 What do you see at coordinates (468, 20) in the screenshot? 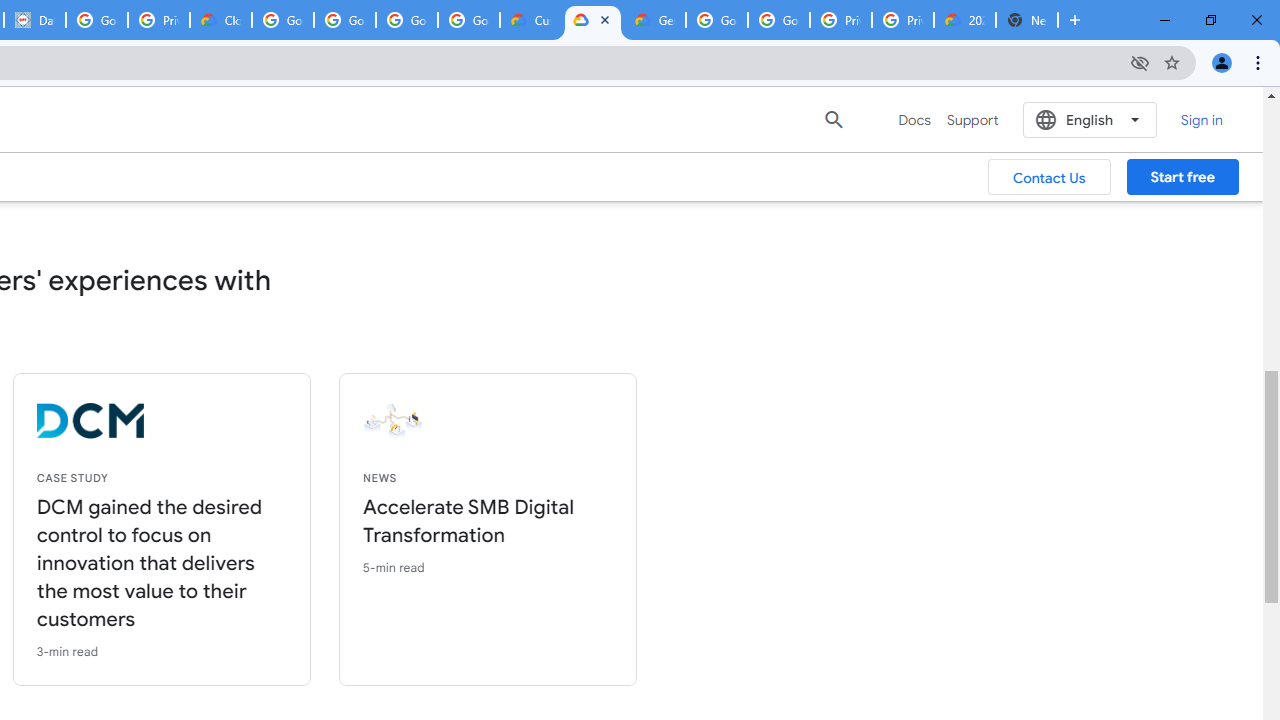
I see `'Google Workspace - Specific Terms'` at bounding box center [468, 20].